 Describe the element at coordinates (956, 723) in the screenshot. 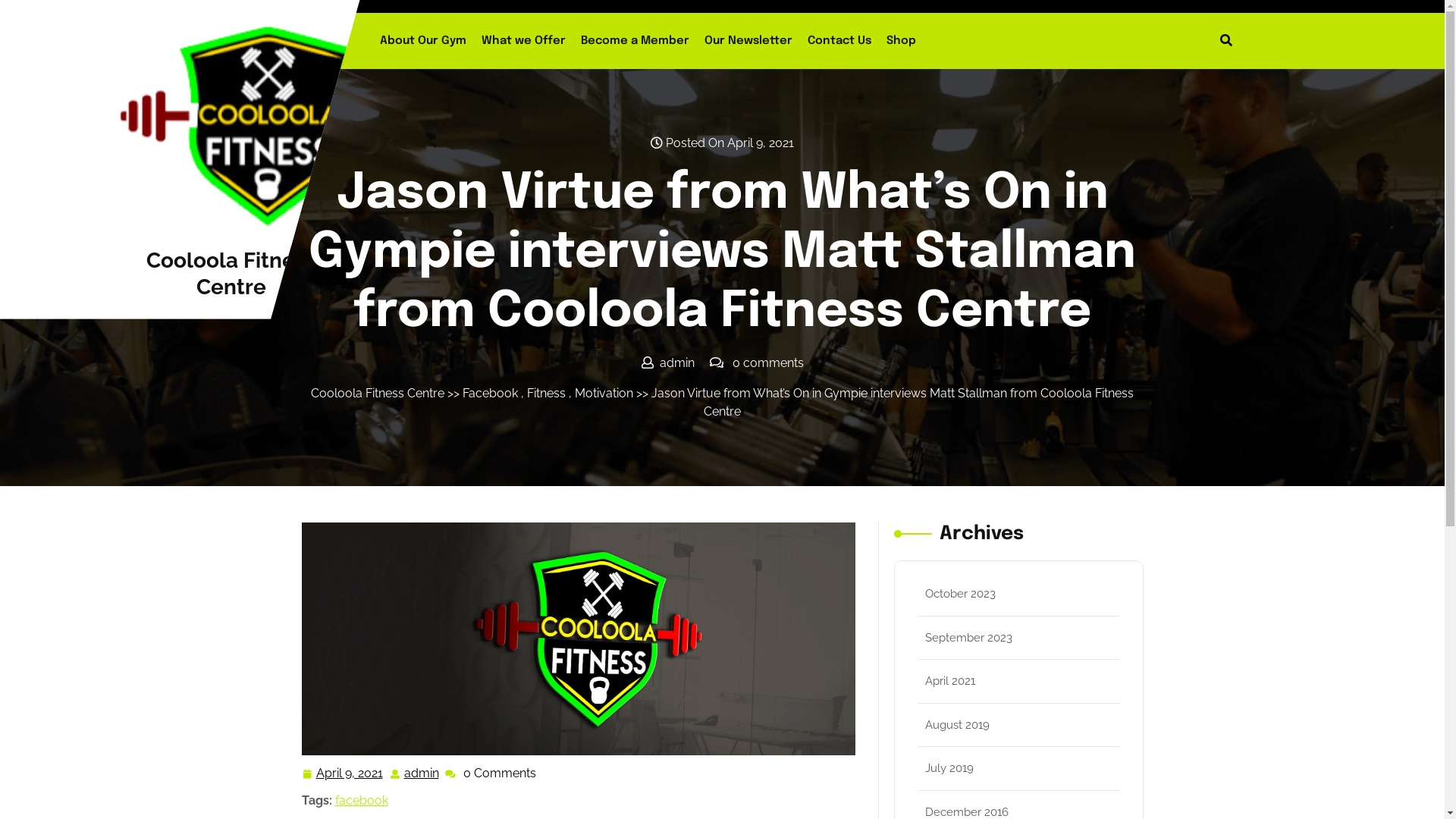

I see `'August 2019'` at that location.